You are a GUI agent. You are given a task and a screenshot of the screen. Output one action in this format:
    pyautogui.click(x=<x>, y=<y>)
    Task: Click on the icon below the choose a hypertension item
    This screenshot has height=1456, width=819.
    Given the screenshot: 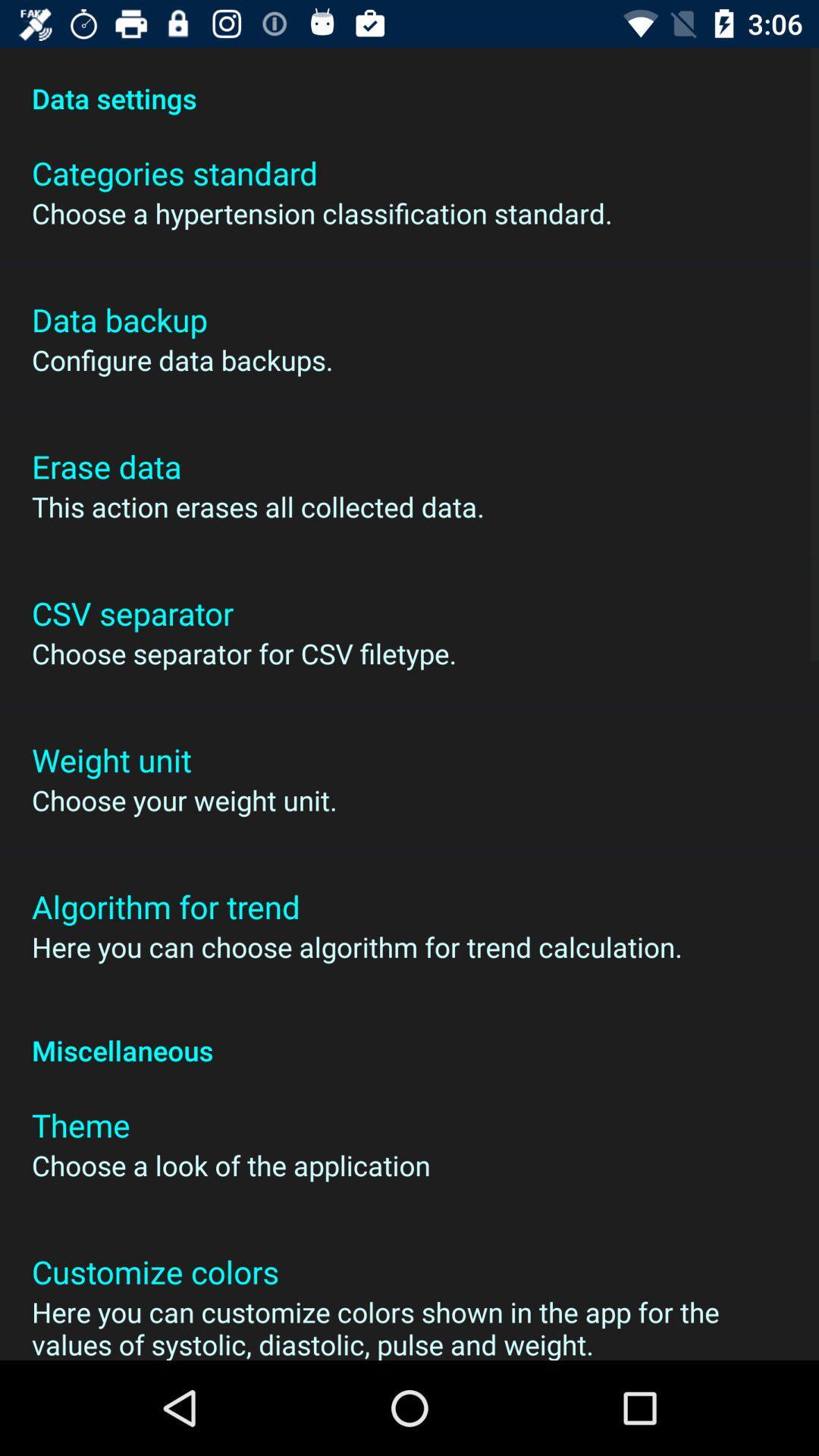 What is the action you would take?
    pyautogui.click(x=118, y=318)
    